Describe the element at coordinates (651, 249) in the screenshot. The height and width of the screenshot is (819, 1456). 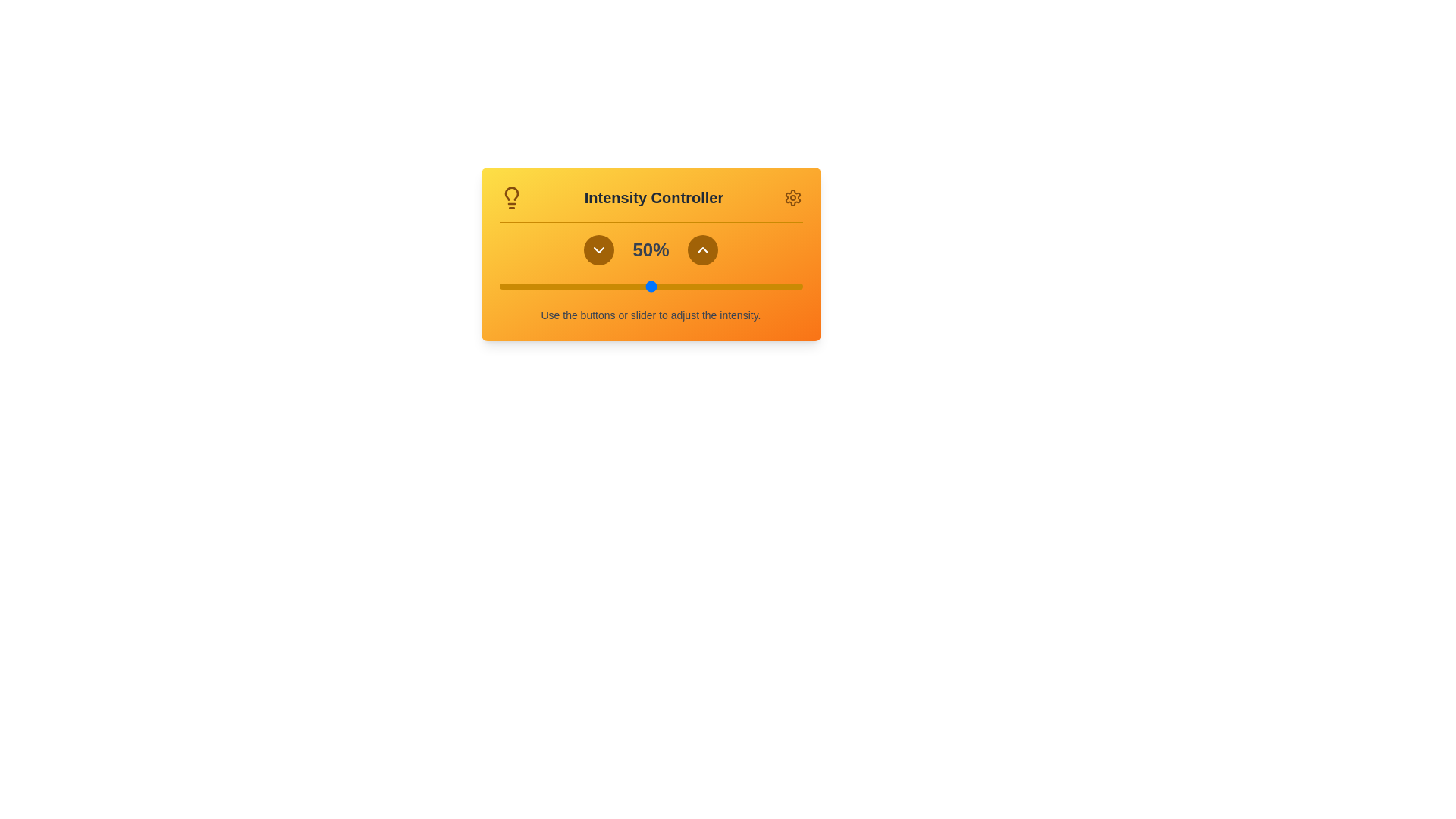
I see `the text label displaying '50%' in bold, gray font, which is centrally positioned between two buttons with arrow icons` at that location.